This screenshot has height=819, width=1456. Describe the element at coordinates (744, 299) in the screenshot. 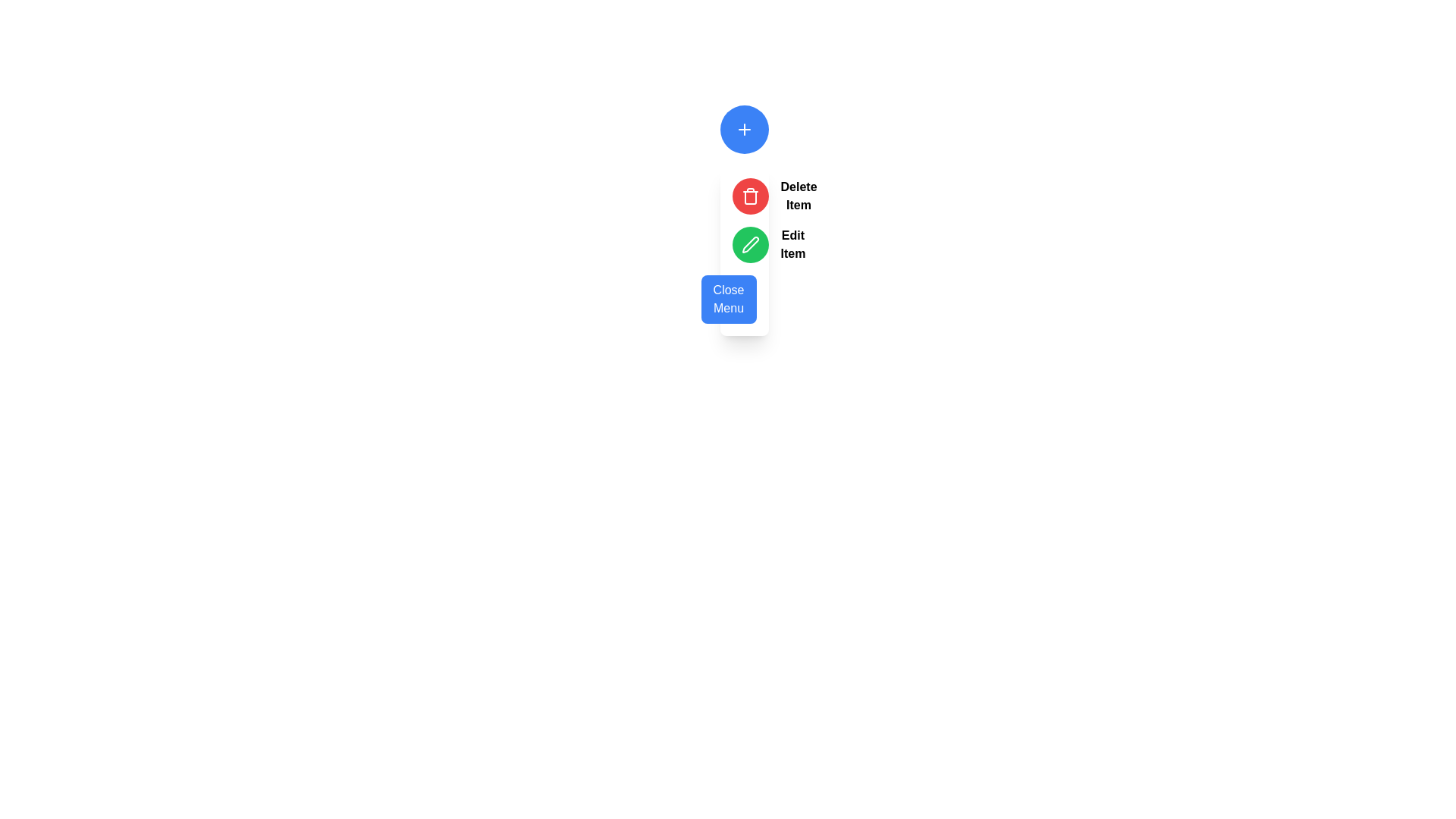

I see `the close button located in the top right of the menu panel` at that location.